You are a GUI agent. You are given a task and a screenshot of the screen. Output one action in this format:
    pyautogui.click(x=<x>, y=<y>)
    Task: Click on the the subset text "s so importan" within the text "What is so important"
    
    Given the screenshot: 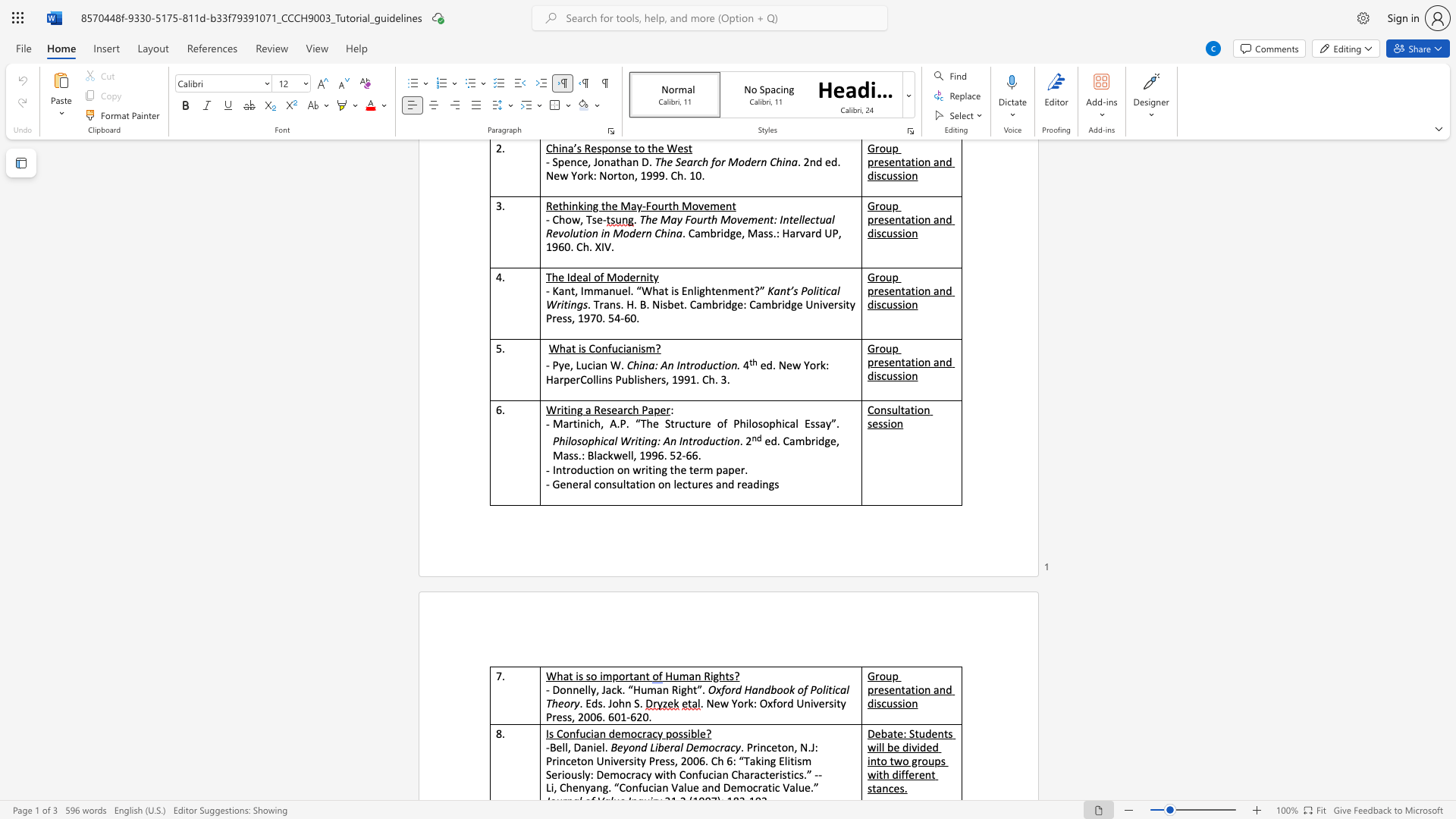 What is the action you would take?
    pyautogui.click(x=578, y=675)
    